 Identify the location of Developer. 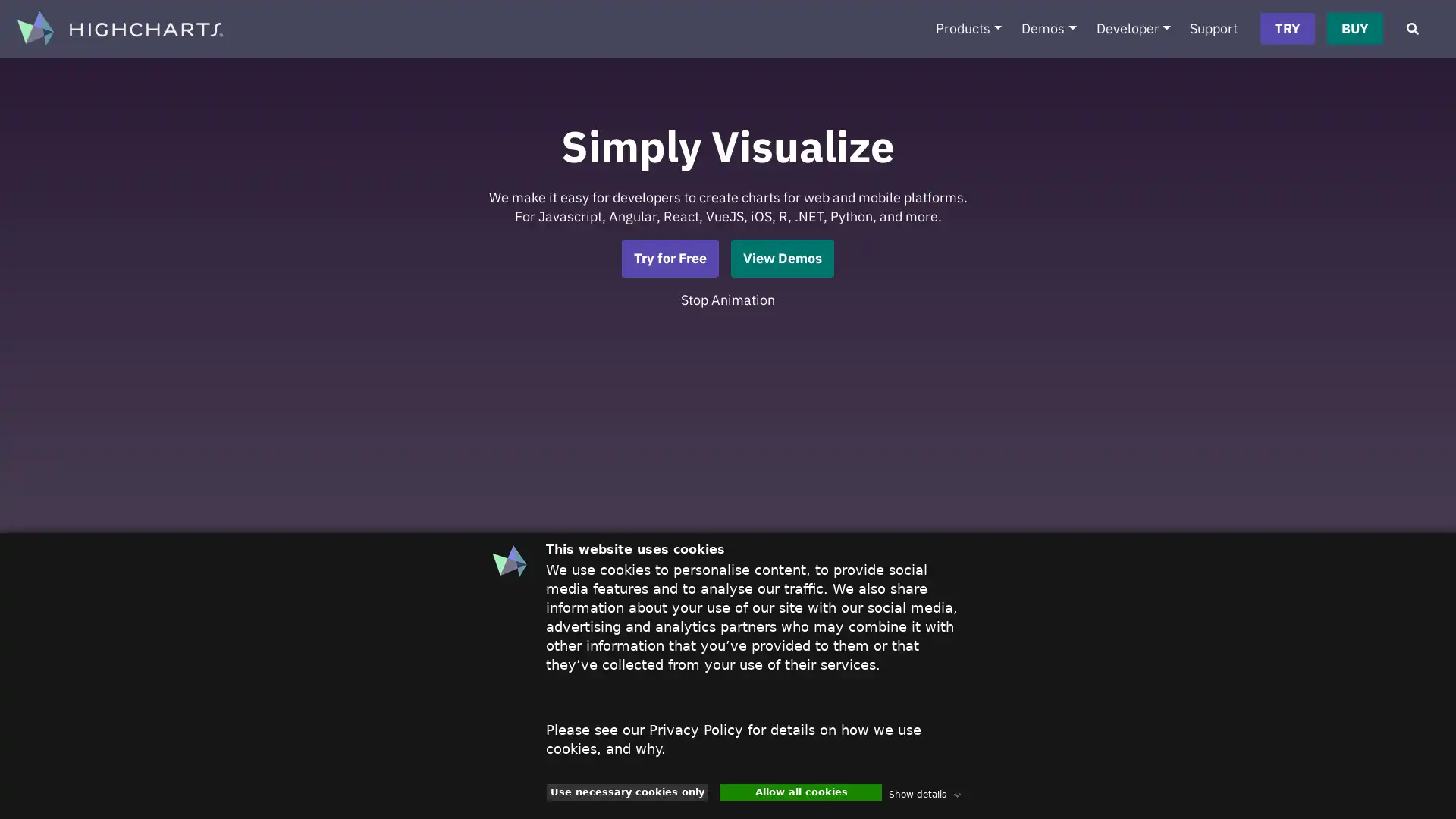
(1133, 29).